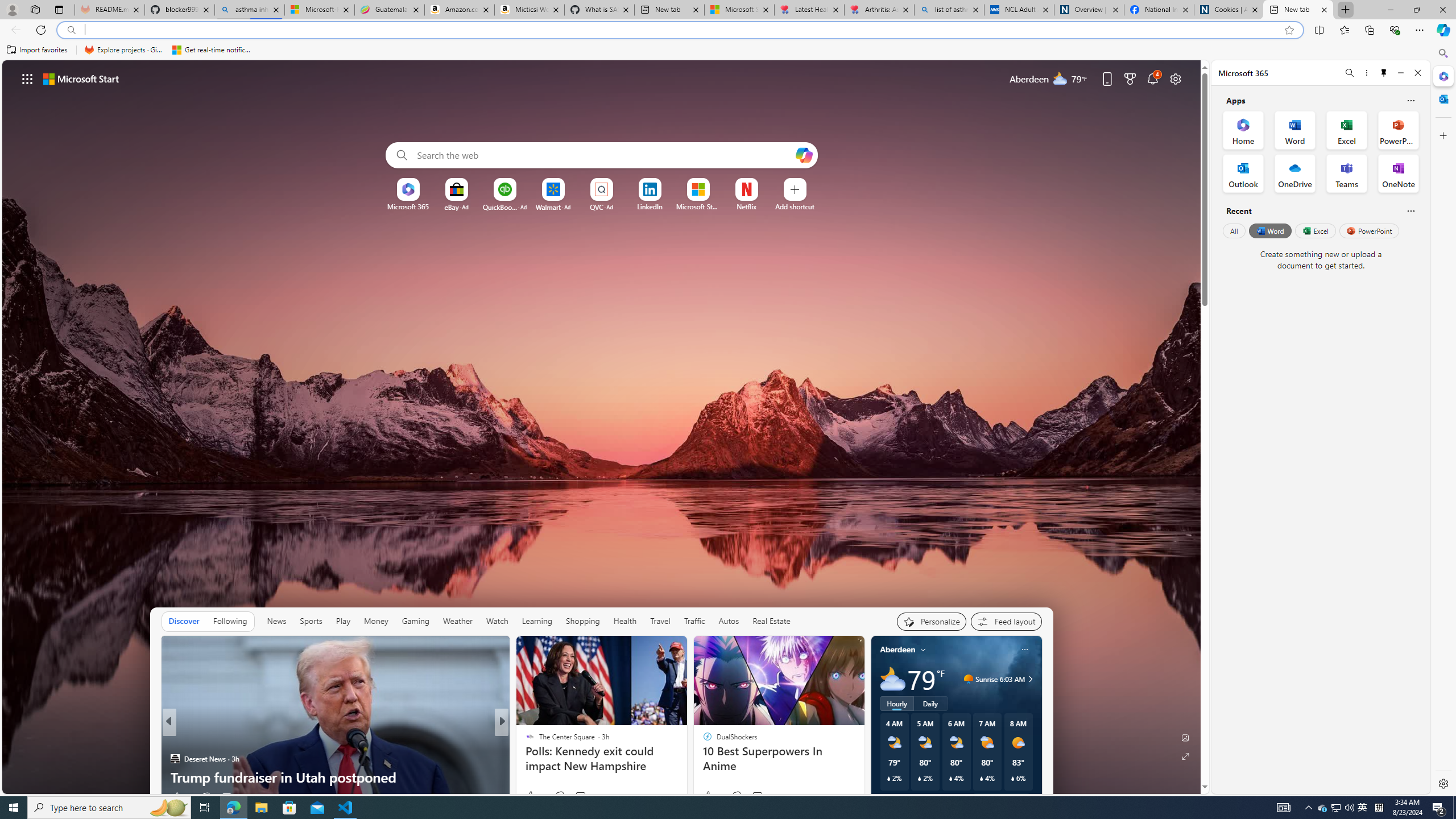 This screenshot has height=819, width=1456. Describe the element at coordinates (1410, 210) in the screenshot. I see `'Is this helpful?'` at that location.